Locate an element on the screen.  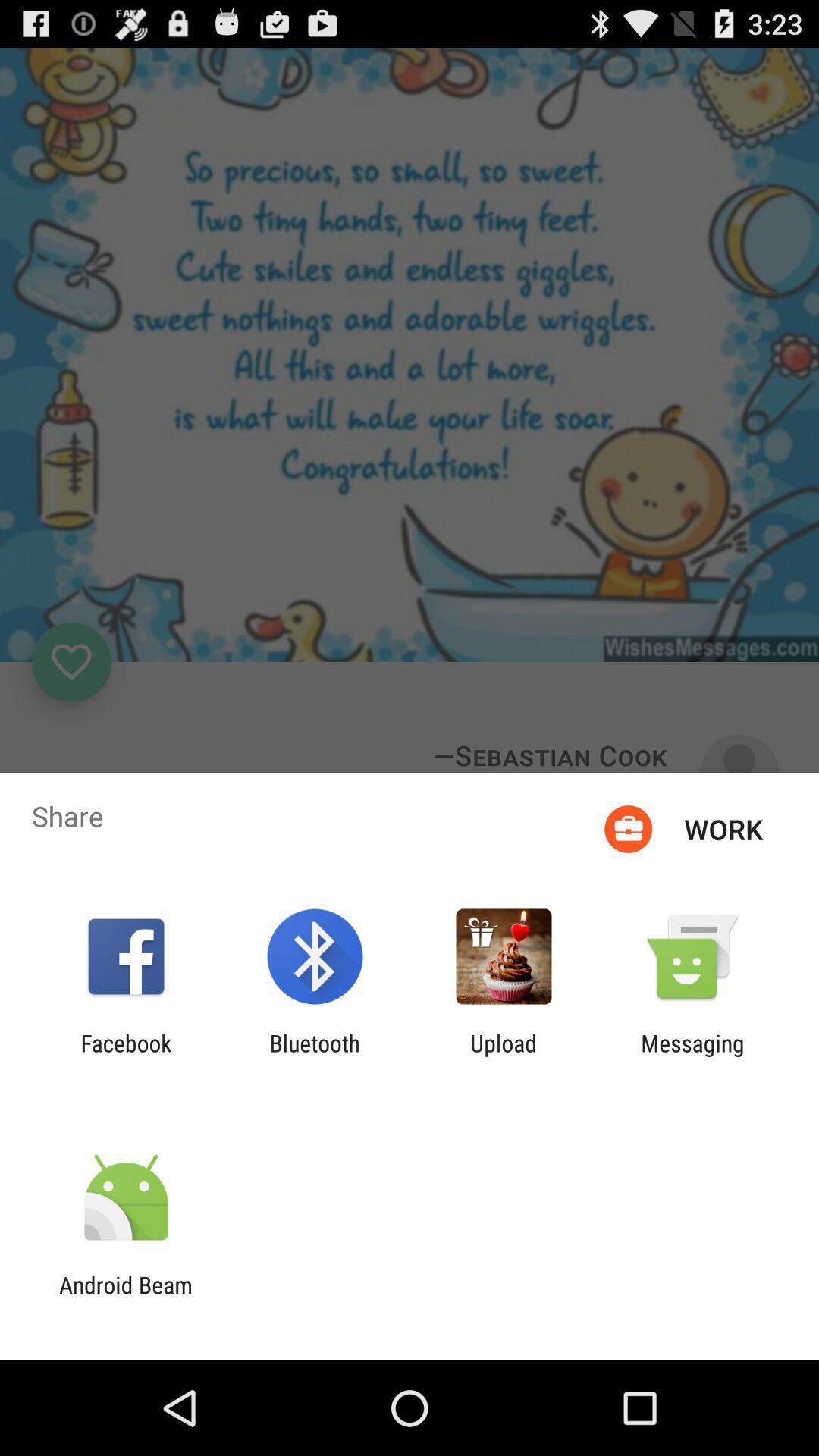
the icon next to bluetooth item is located at coordinates (125, 1056).